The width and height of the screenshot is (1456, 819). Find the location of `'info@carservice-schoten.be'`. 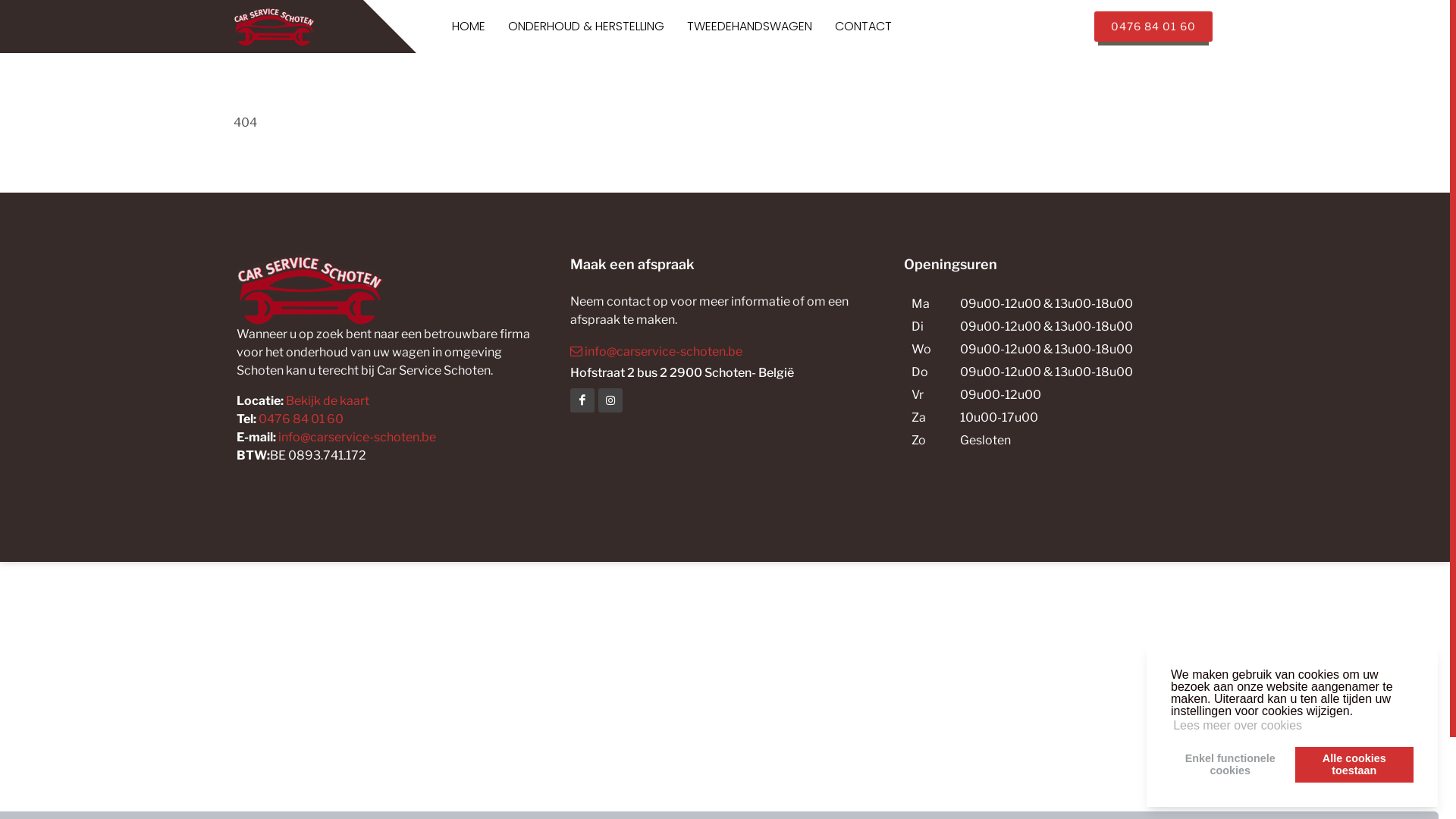

'info@carservice-schoten.be' is located at coordinates (356, 437).